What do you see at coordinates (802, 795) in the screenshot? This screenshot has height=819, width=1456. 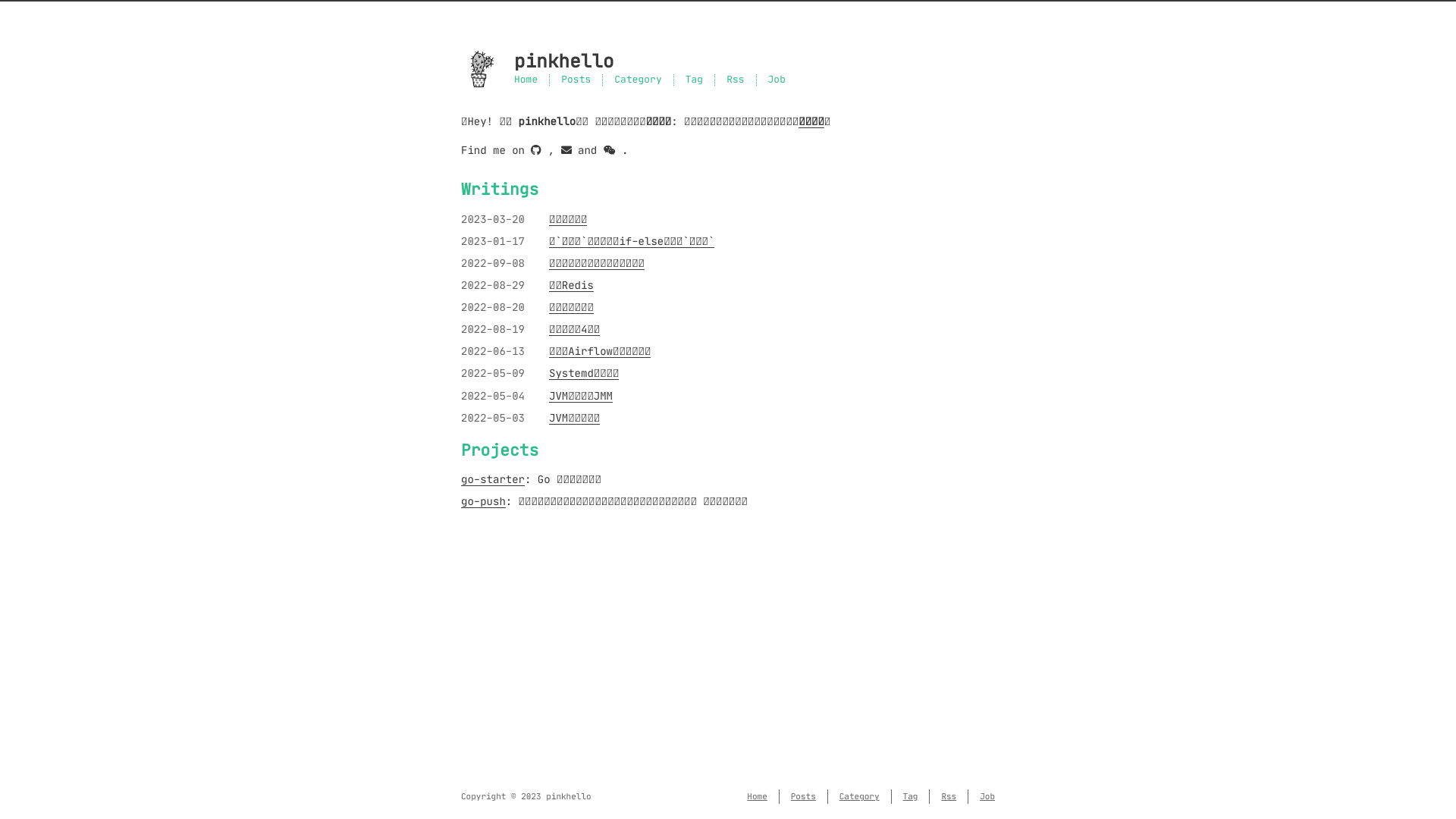 I see `'Posts'` at bounding box center [802, 795].